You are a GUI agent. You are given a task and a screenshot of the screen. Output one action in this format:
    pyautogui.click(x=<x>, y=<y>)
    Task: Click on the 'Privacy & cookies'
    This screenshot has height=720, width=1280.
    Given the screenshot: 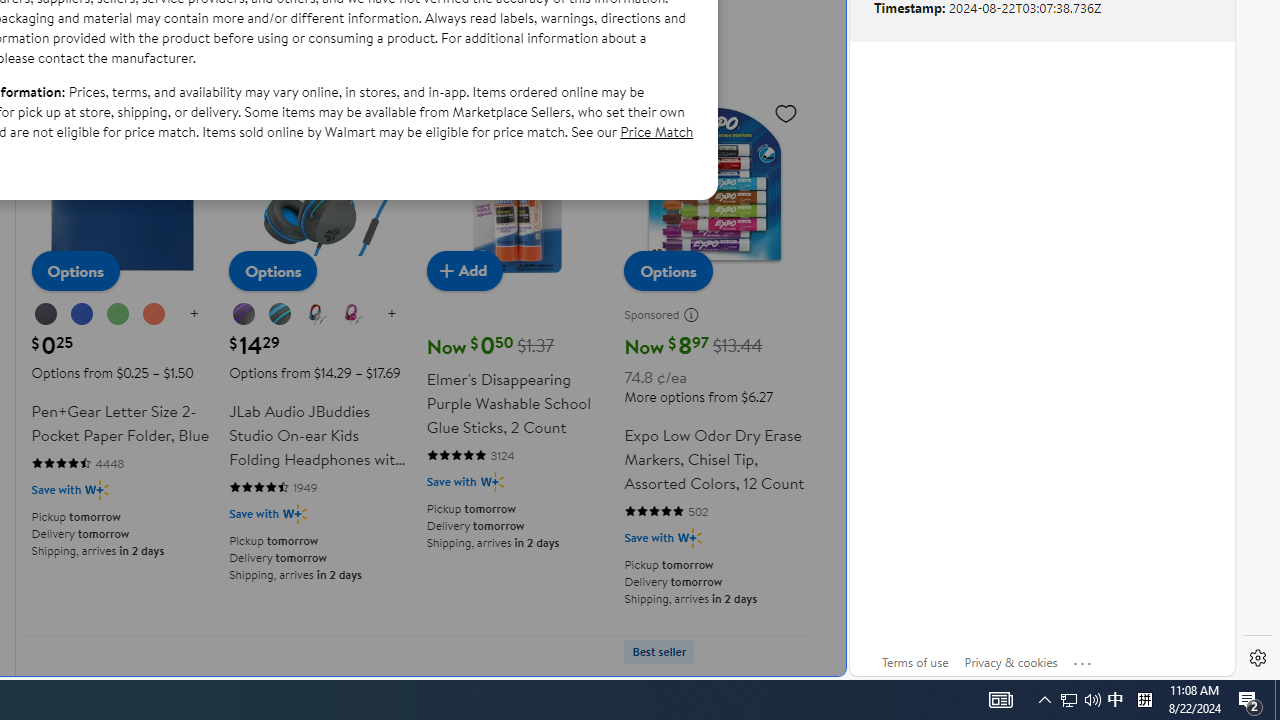 What is the action you would take?
    pyautogui.click(x=1011, y=662)
    